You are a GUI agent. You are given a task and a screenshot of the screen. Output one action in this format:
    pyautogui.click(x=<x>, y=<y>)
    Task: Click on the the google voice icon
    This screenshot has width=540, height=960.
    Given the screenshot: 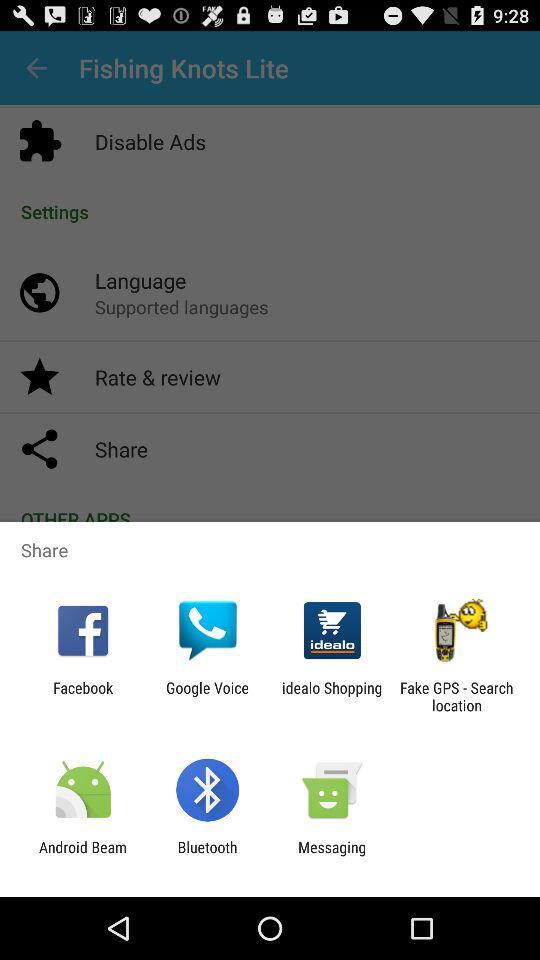 What is the action you would take?
    pyautogui.click(x=206, y=696)
    